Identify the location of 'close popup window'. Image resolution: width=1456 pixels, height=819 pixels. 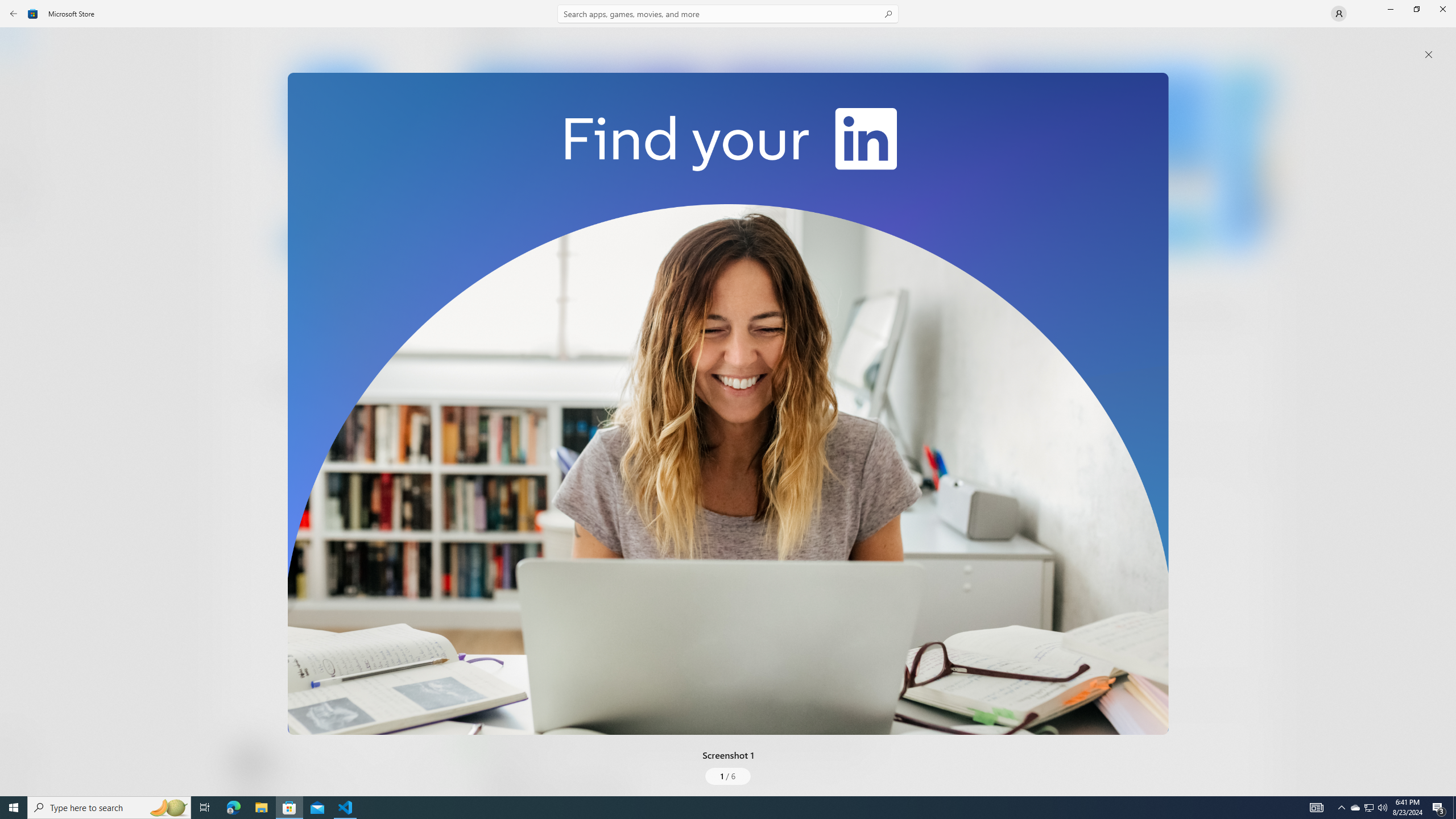
(1428, 54).